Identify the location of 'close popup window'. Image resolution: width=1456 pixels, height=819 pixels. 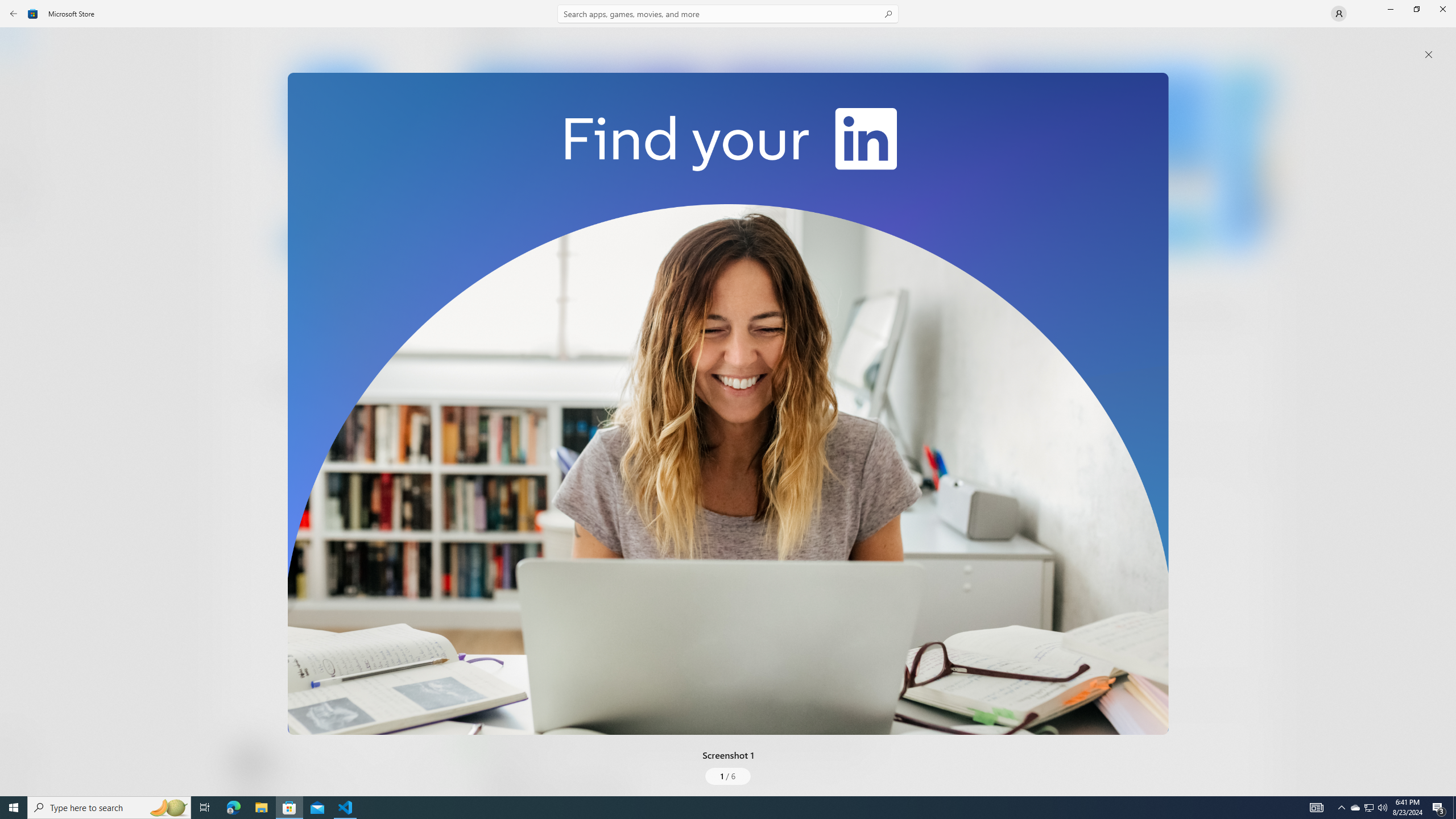
(1428, 54).